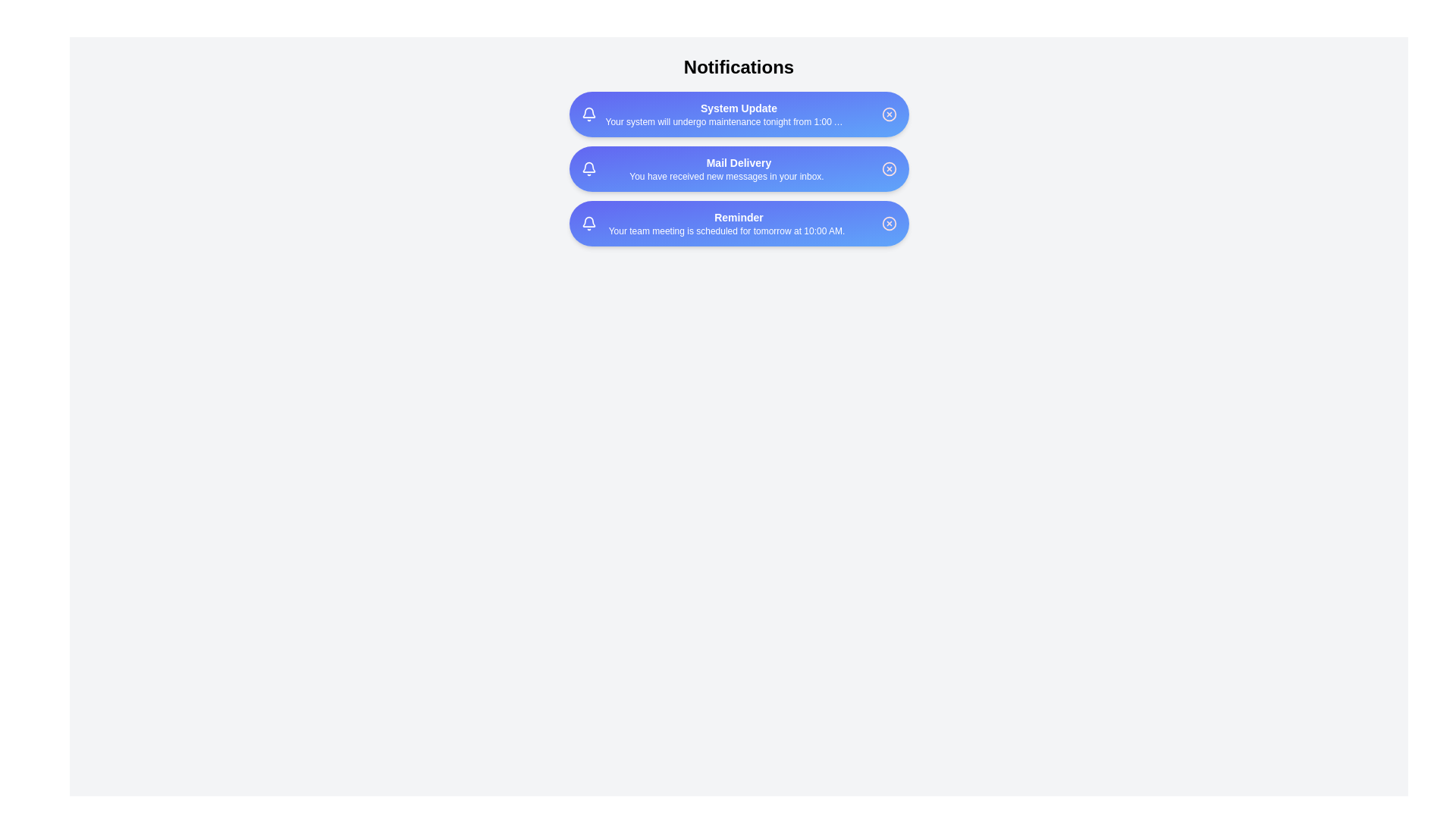  Describe the element at coordinates (588, 113) in the screenshot. I see `the notification icon corresponding to System Update` at that location.